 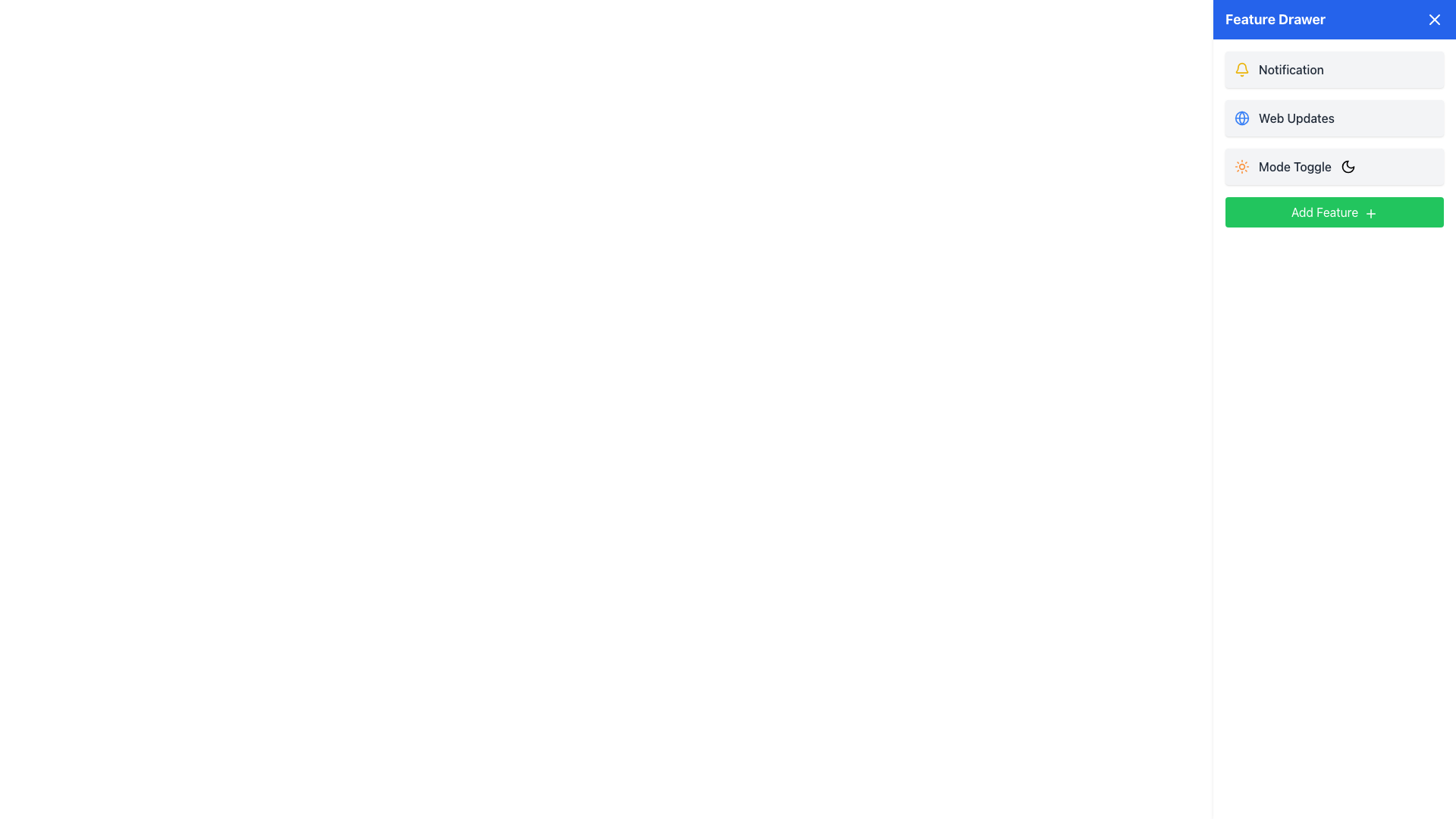 What do you see at coordinates (1275, 20) in the screenshot?
I see `the Text label that serves as the title for the drawer interface, positioned at the top of the right-hand side of the interface` at bounding box center [1275, 20].